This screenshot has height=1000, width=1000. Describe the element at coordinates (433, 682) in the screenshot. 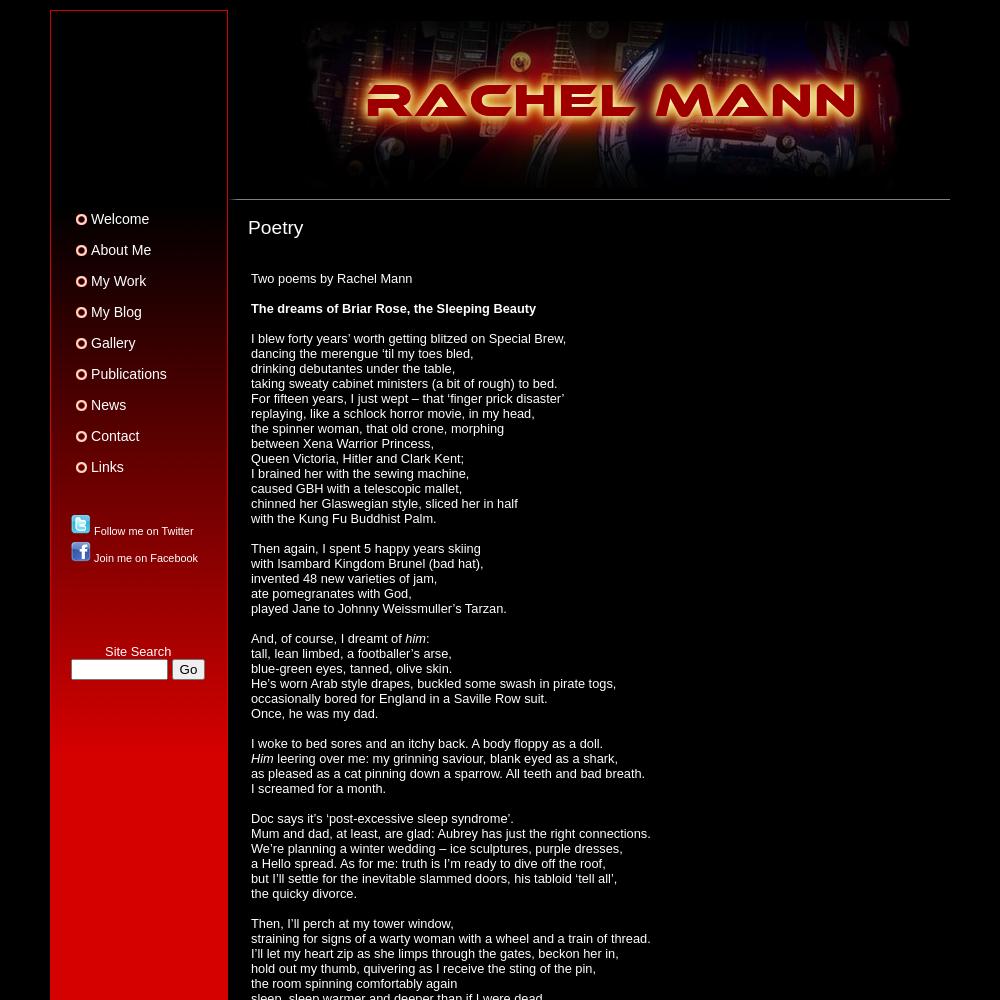

I see `'He’s worn Arab style drapes, buckled some swash in pirate togs,'` at that location.